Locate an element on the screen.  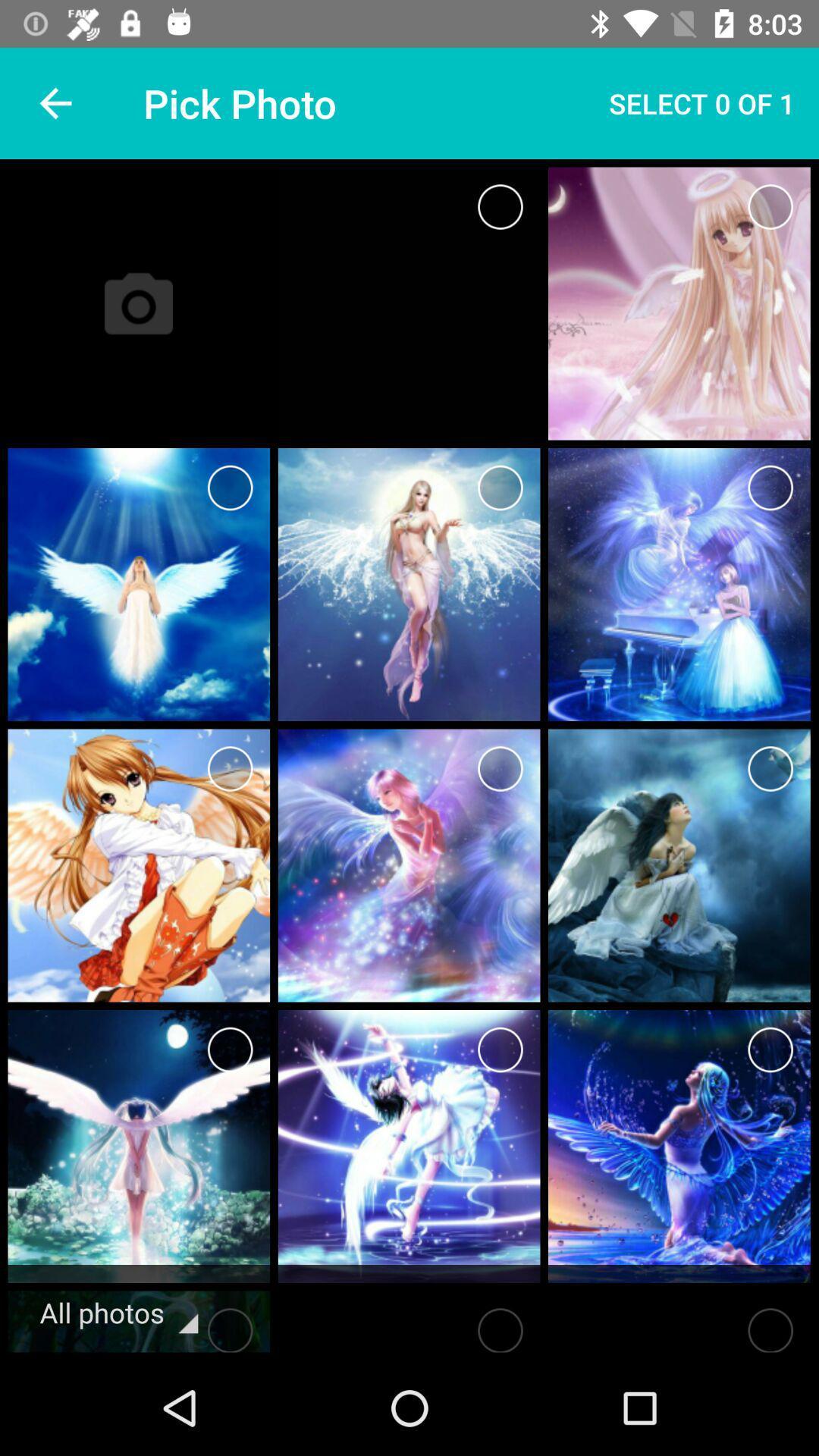
many options is located at coordinates (230, 488).